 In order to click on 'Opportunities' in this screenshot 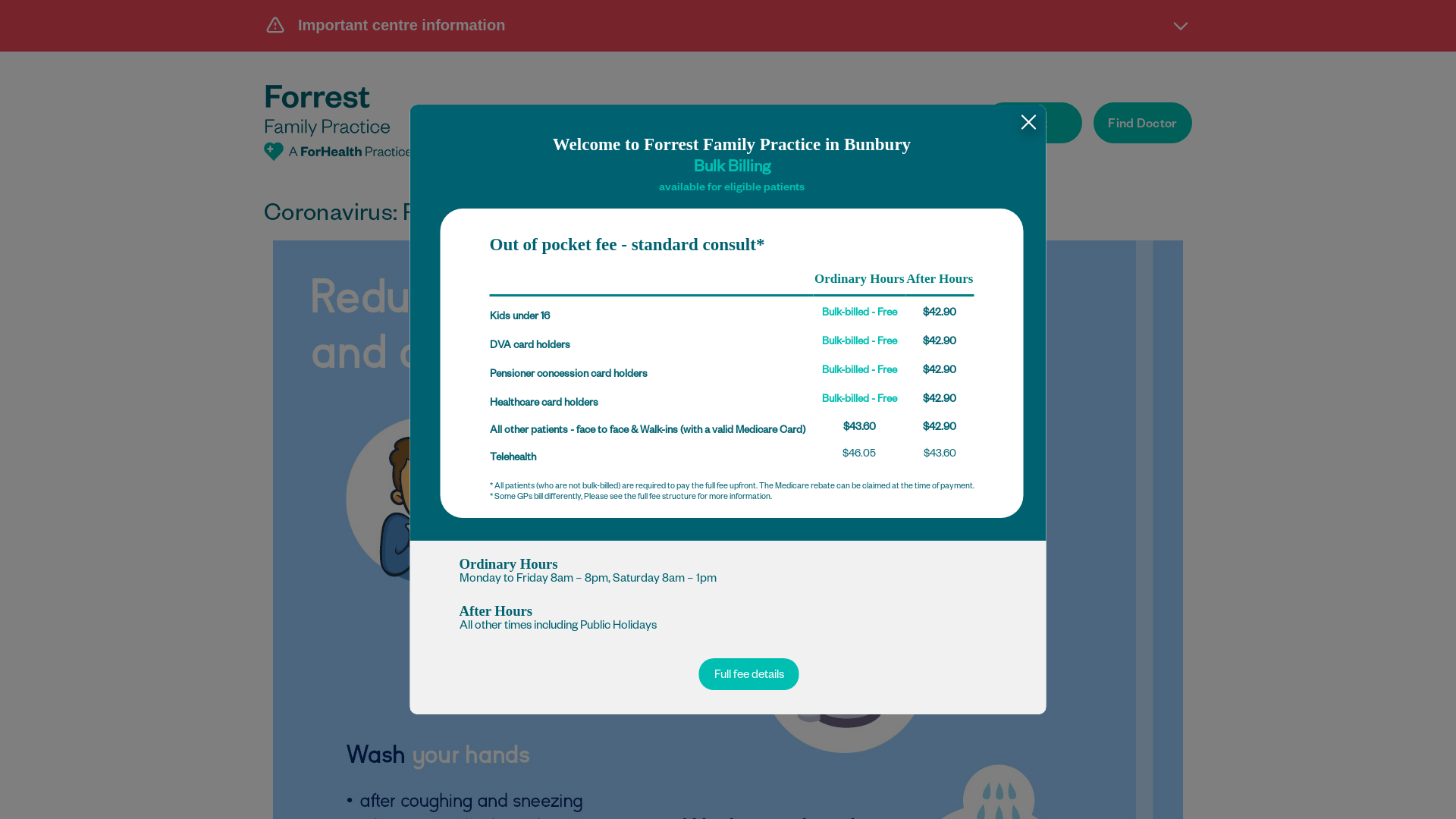, I will do `click(906, 124)`.